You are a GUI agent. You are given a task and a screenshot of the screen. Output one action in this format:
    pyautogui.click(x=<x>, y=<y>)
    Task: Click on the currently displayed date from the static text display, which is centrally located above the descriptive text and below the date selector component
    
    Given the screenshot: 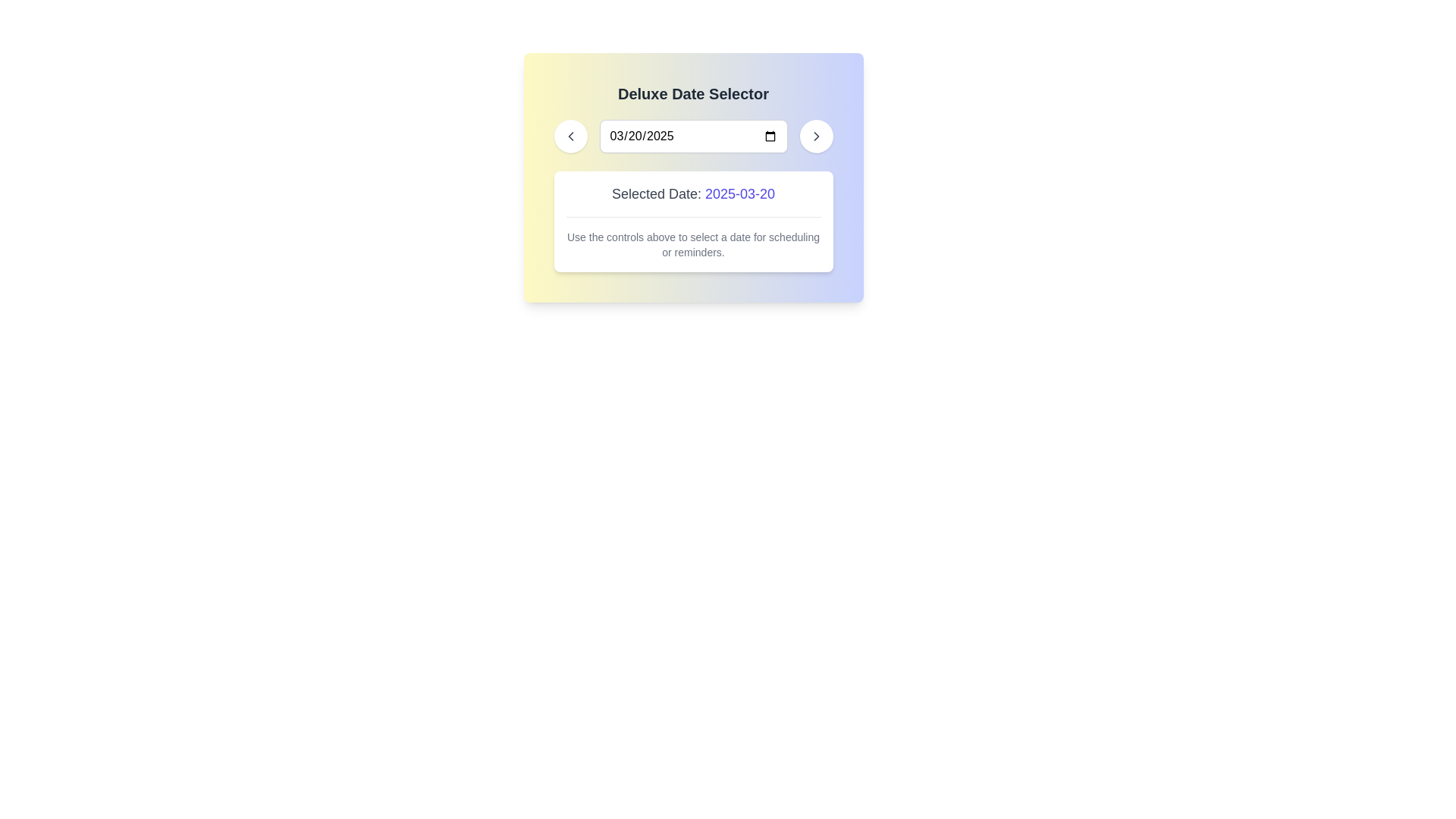 What is the action you would take?
    pyautogui.click(x=692, y=199)
    